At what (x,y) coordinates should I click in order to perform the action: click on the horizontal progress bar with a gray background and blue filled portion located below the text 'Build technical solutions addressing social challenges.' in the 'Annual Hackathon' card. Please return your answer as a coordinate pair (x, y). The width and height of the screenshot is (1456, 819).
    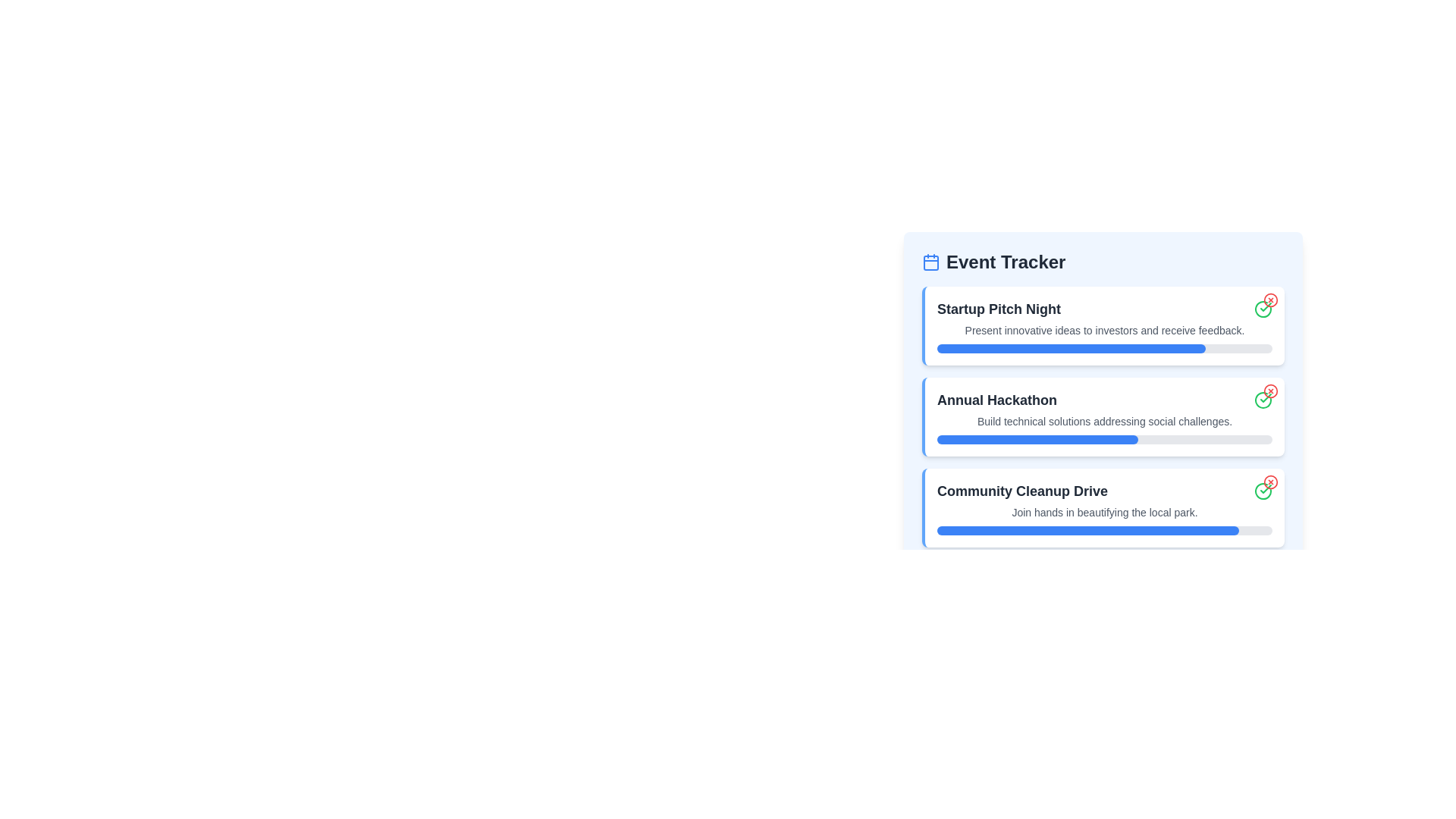
    Looking at the image, I should click on (1105, 439).